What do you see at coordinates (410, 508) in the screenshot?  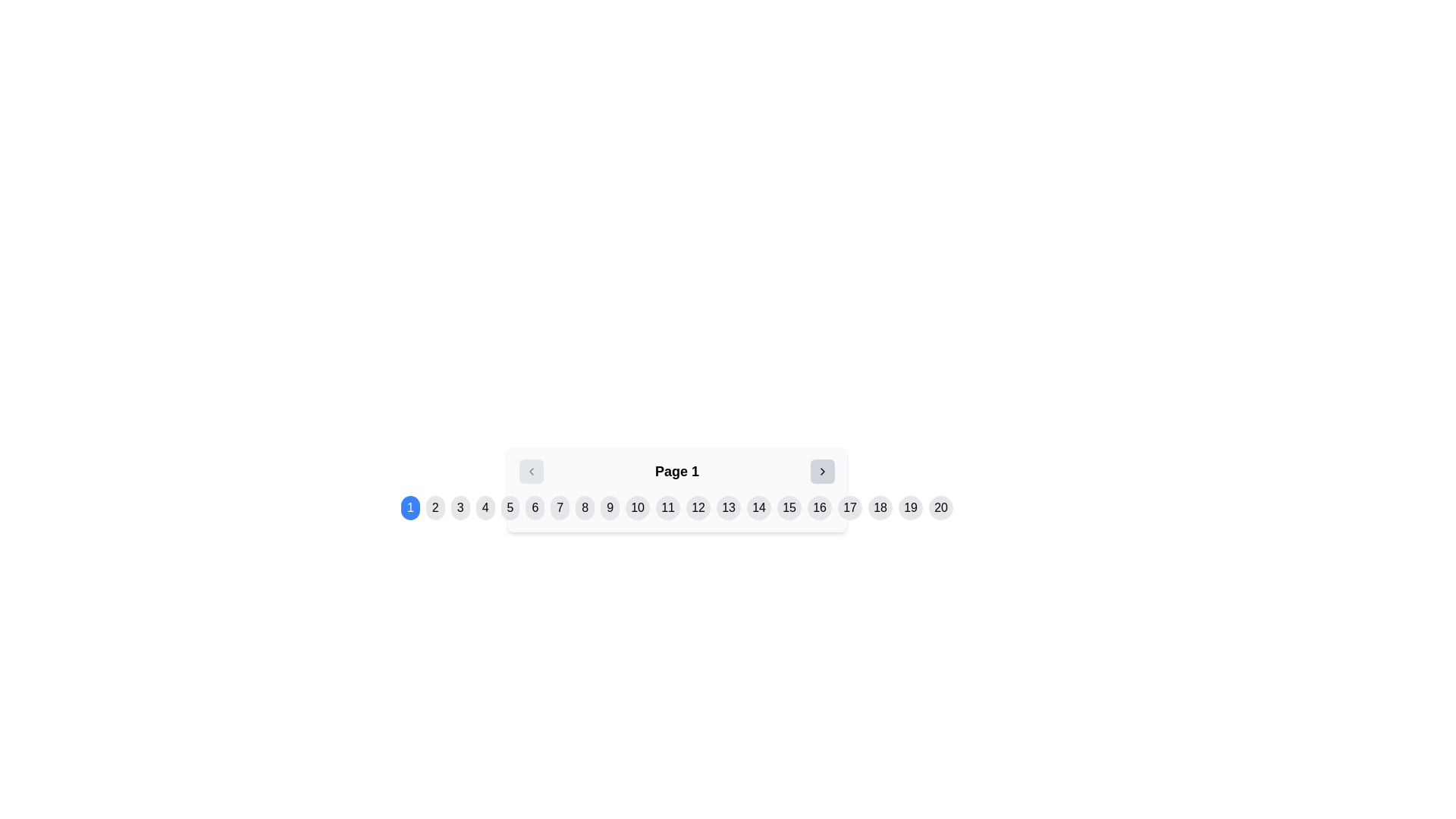 I see `the first pagination button with a circular blue background and white number '1'` at bounding box center [410, 508].